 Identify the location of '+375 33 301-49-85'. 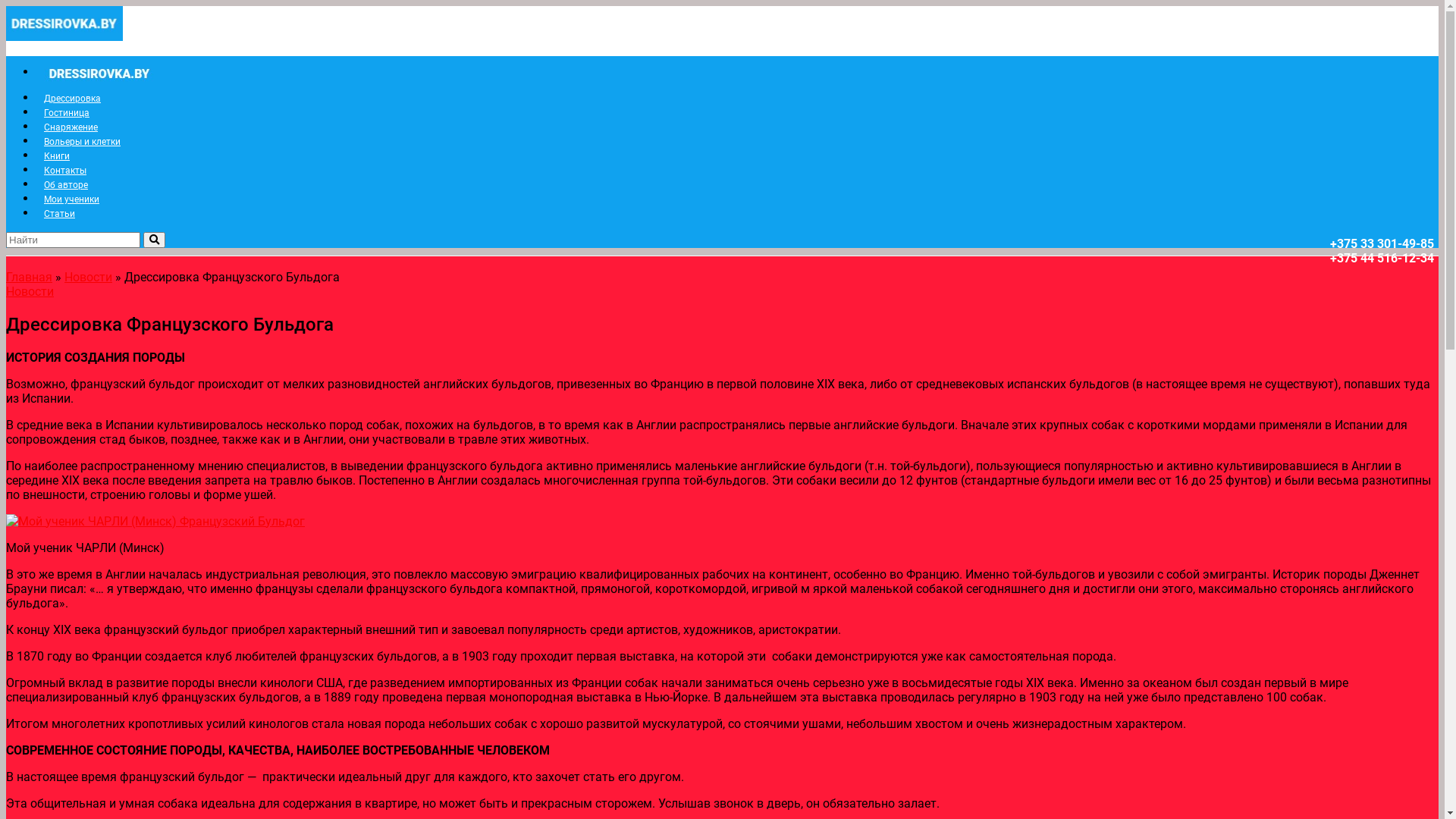
(1382, 243).